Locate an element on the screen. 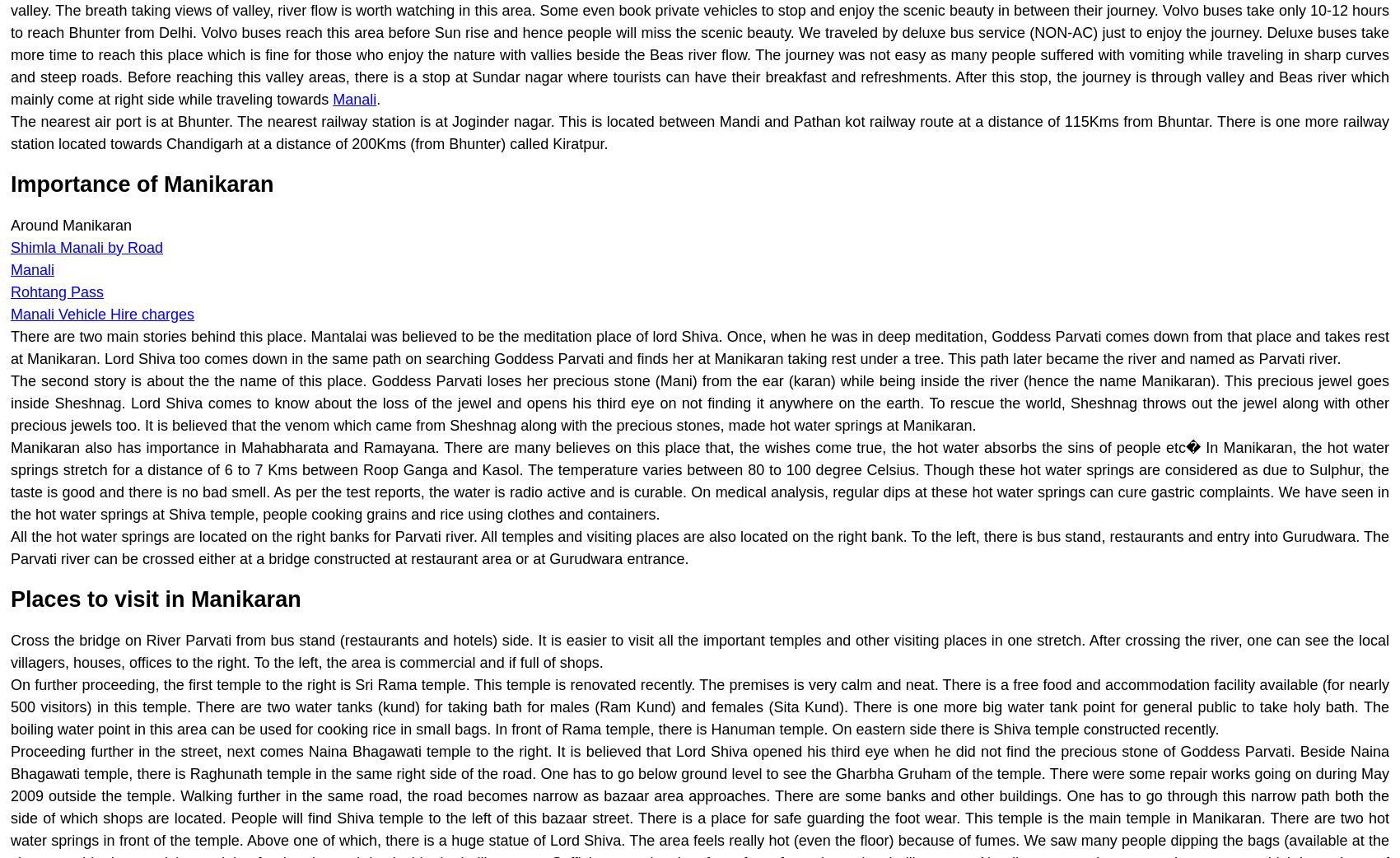 The height and width of the screenshot is (858, 1400). 'The nearest air port is at Bhunter. The nearest railway station is at Joginder nagar. This is located between Mandi and Pathan kot  railway route at a distance of 115Kms from Bhuntar. There is one more railway station located towards Chandigarh at a distance of 200Kms (from Bhunter) called Kiratpur.' is located at coordinates (700, 133).